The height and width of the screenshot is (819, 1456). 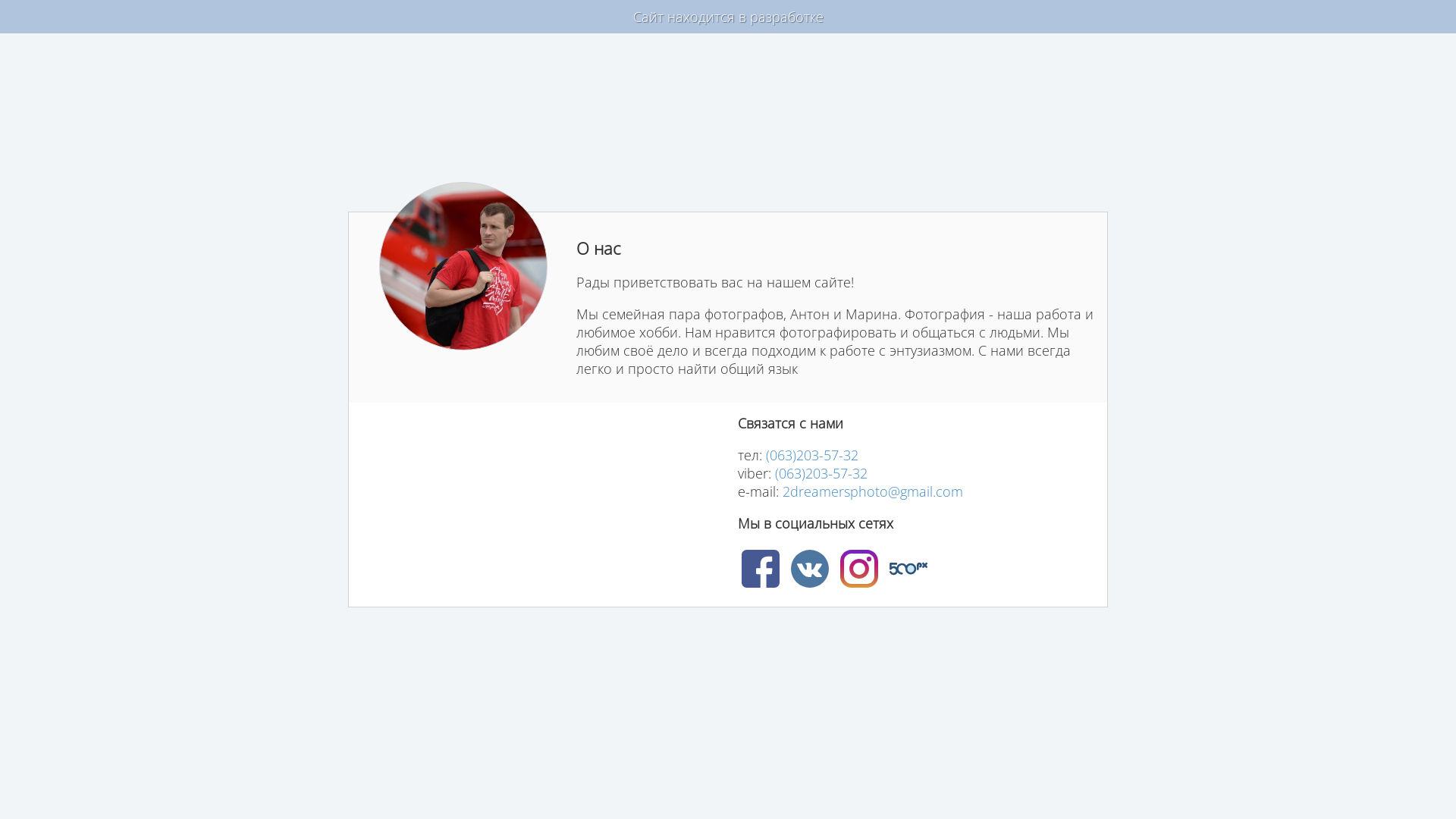 What do you see at coordinates (811, 454) in the screenshot?
I see `'(063)203-57-32'` at bounding box center [811, 454].